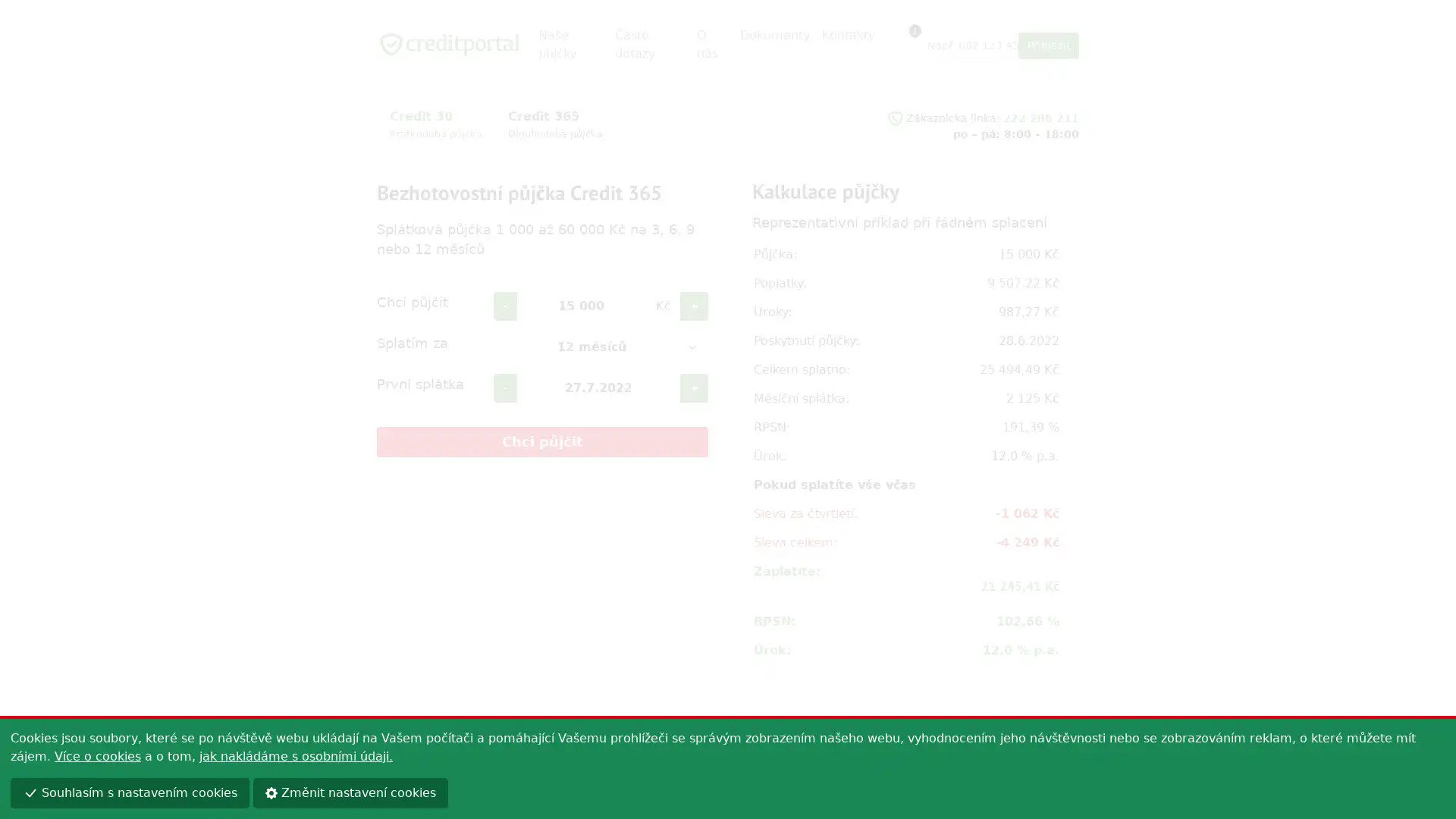 Image resolution: width=1456 pixels, height=819 pixels. What do you see at coordinates (1047, 45) in the screenshot?
I see `Prihlasit` at bounding box center [1047, 45].